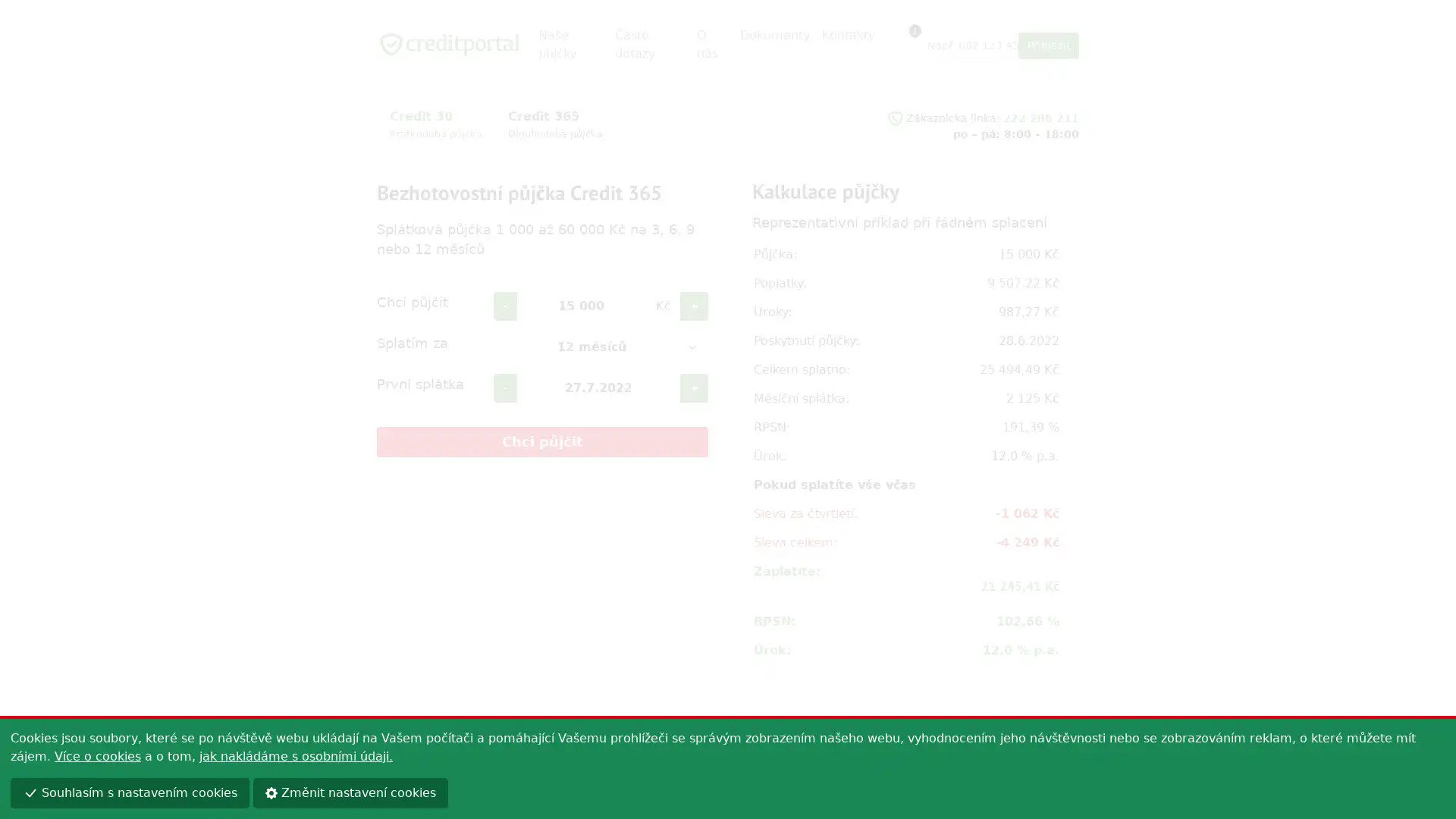 Image resolution: width=1456 pixels, height=819 pixels. What do you see at coordinates (1047, 45) in the screenshot?
I see `Prihlasit` at bounding box center [1047, 45].